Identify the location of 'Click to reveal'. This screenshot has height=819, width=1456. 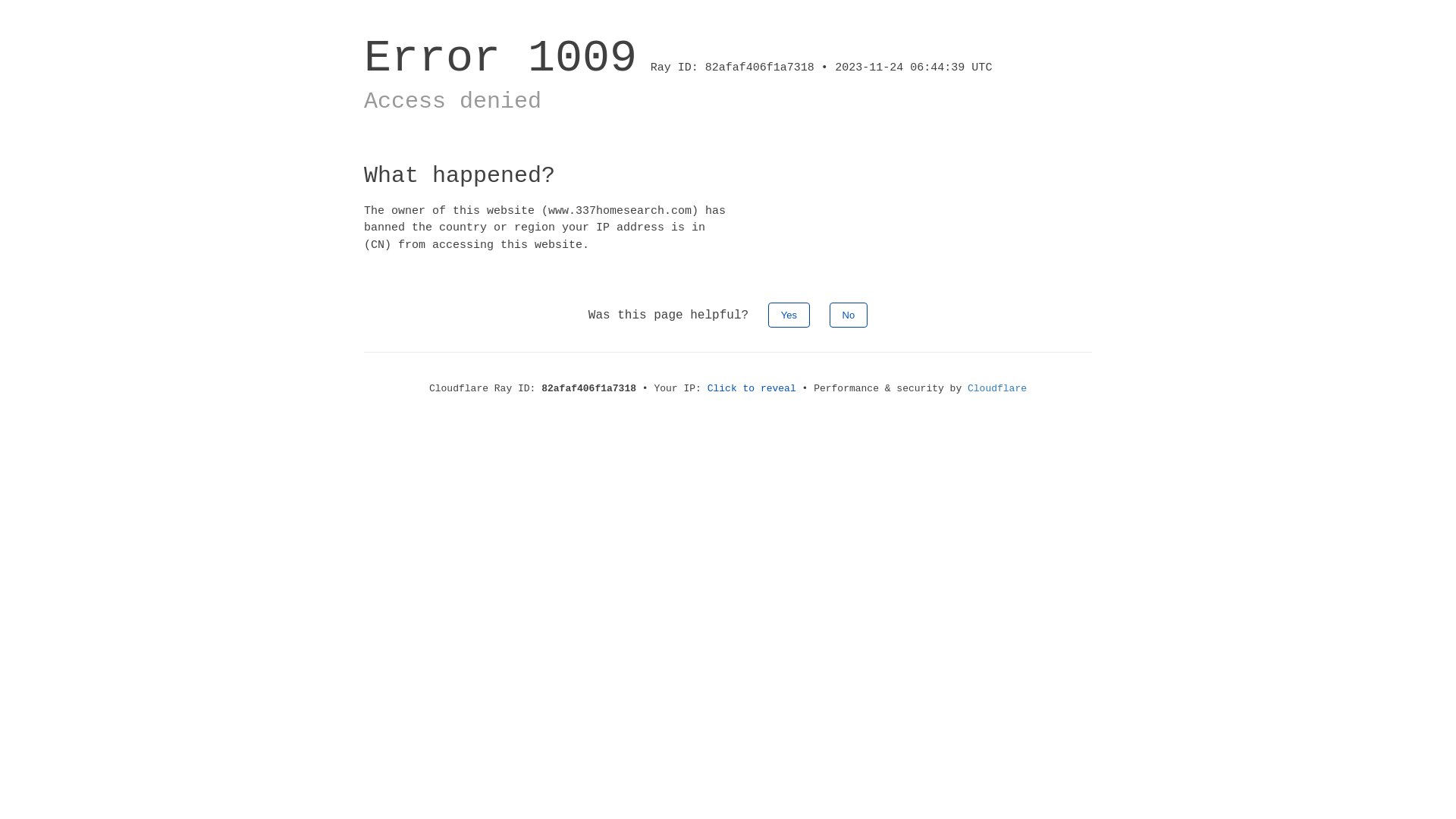
(752, 388).